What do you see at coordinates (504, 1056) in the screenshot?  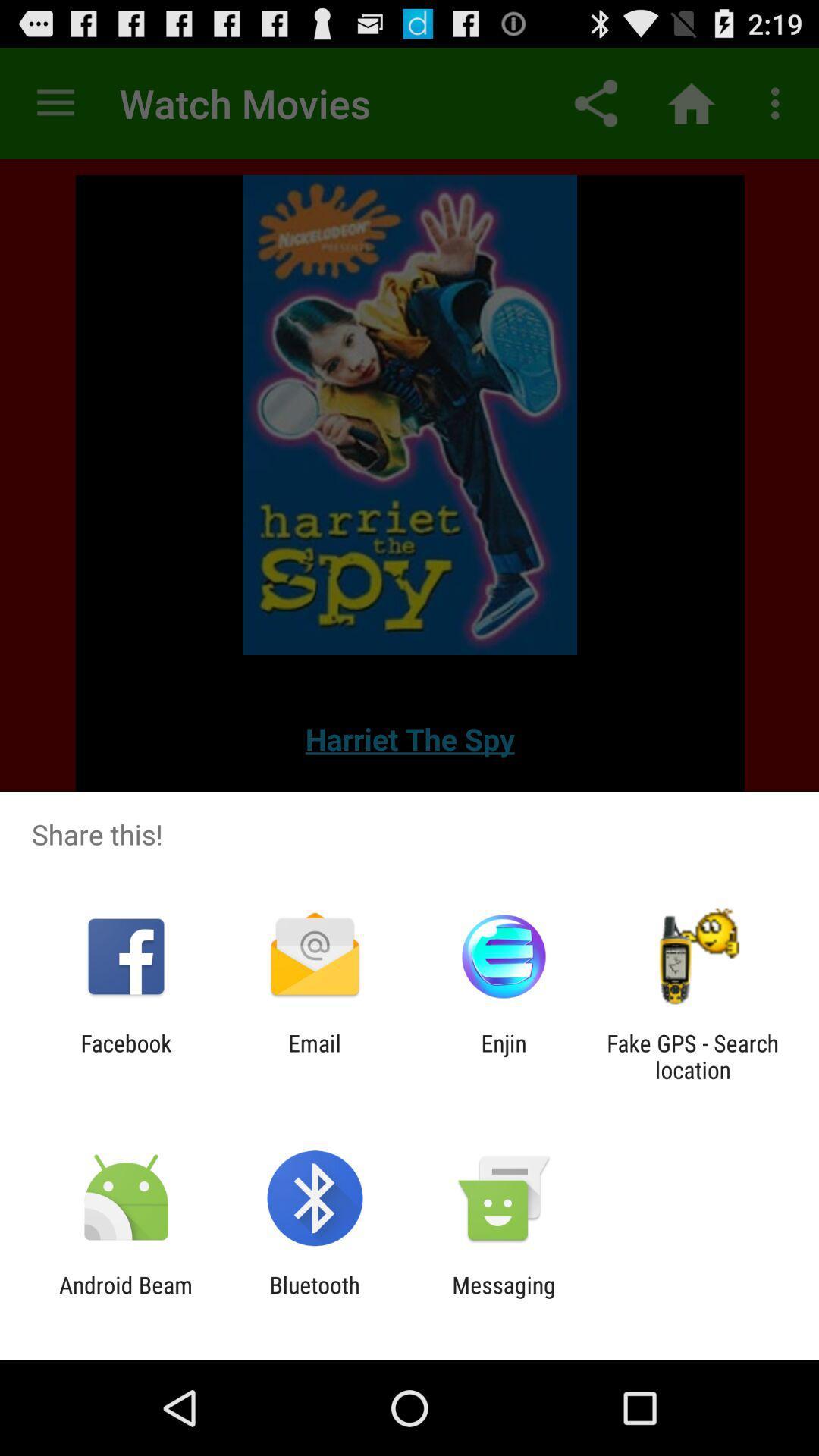 I see `the enjin app` at bounding box center [504, 1056].